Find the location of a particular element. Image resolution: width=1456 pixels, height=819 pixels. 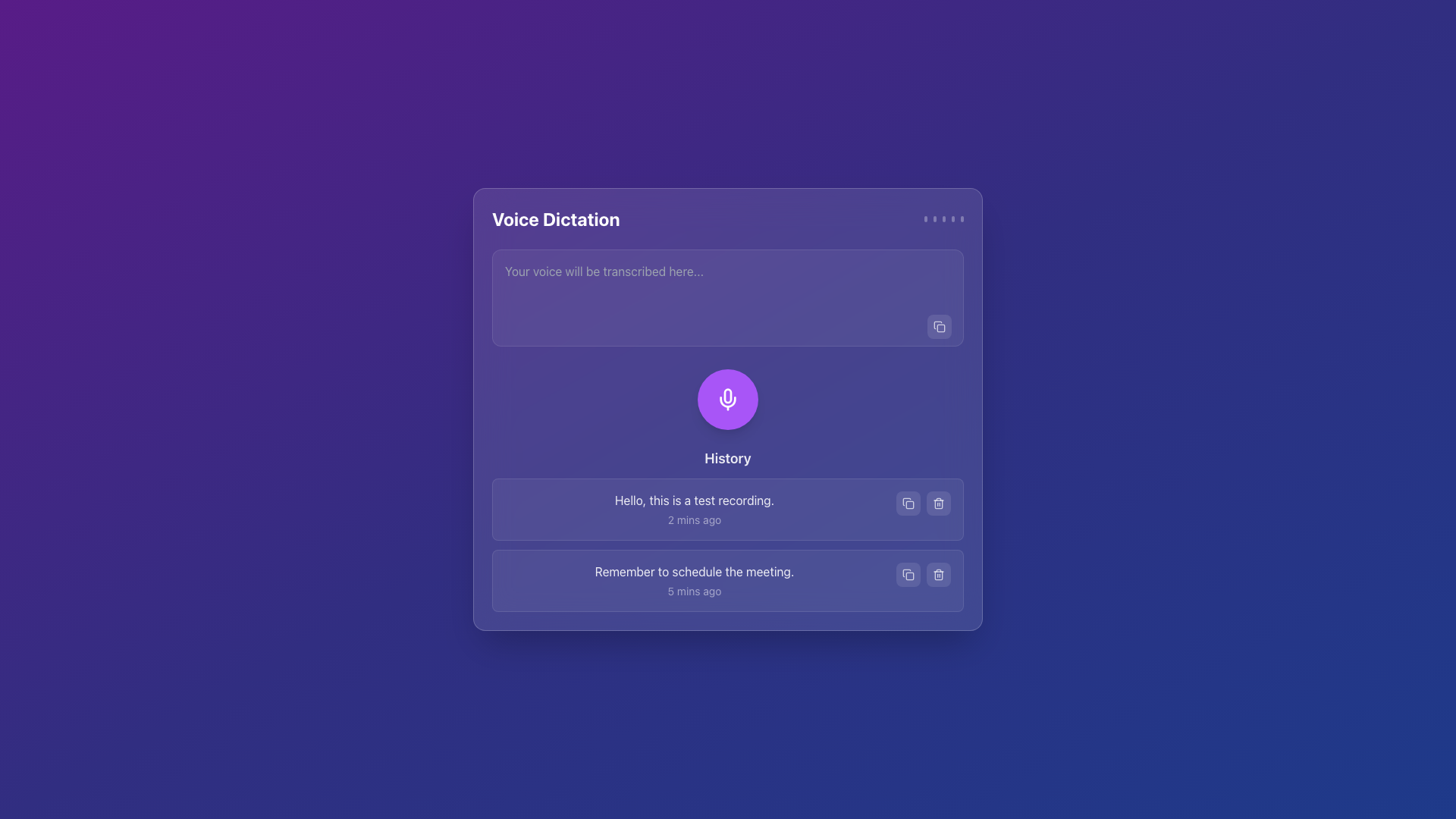

the icon button located at the bottom-right corner of the second history entry is located at coordinates (908, 575).